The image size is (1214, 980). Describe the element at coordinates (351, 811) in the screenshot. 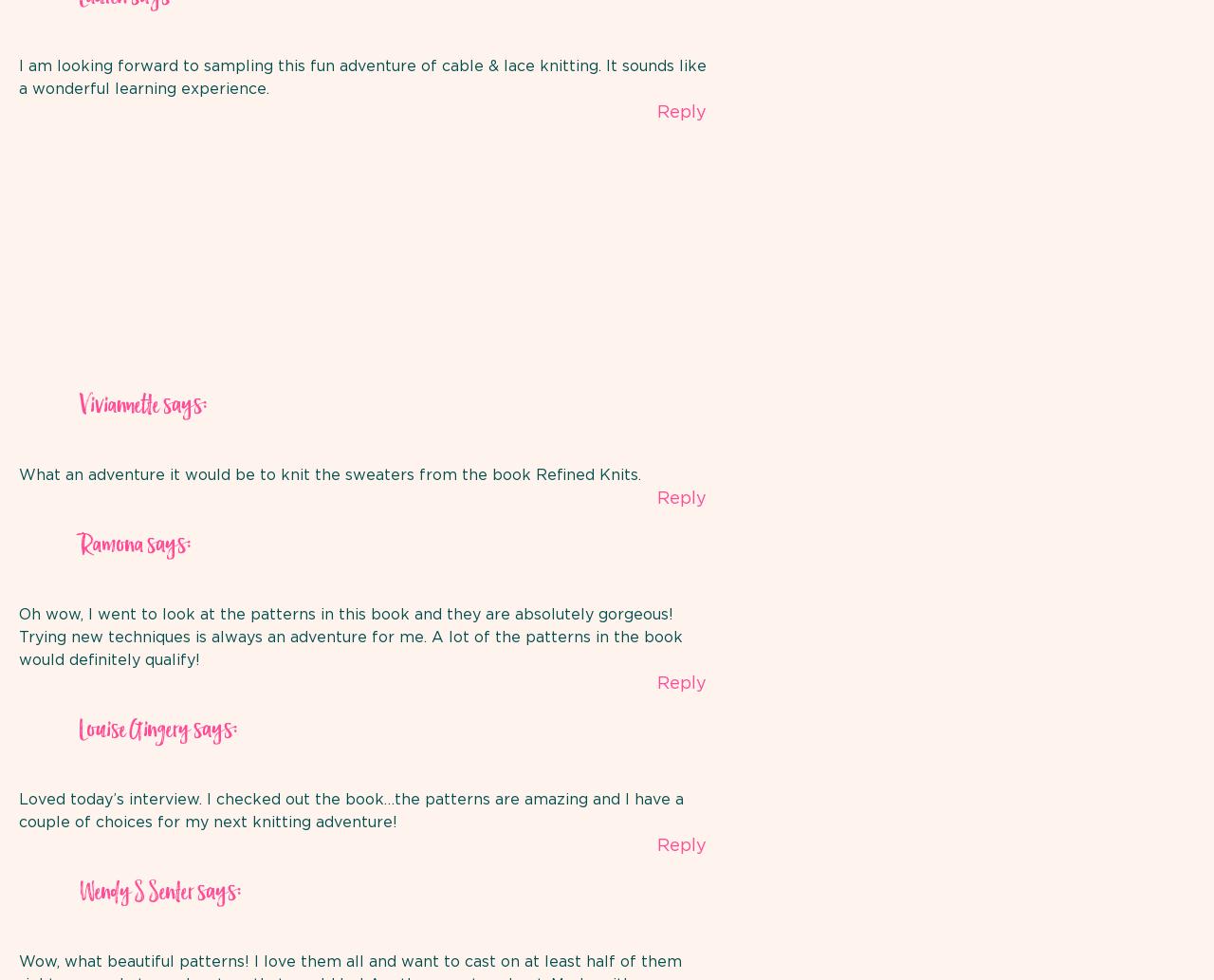

I see `'Loved today’s interview.  I checked out the book…the patterns are amazing and I have a couple of choices for my next knitting adventure!'` at that location.